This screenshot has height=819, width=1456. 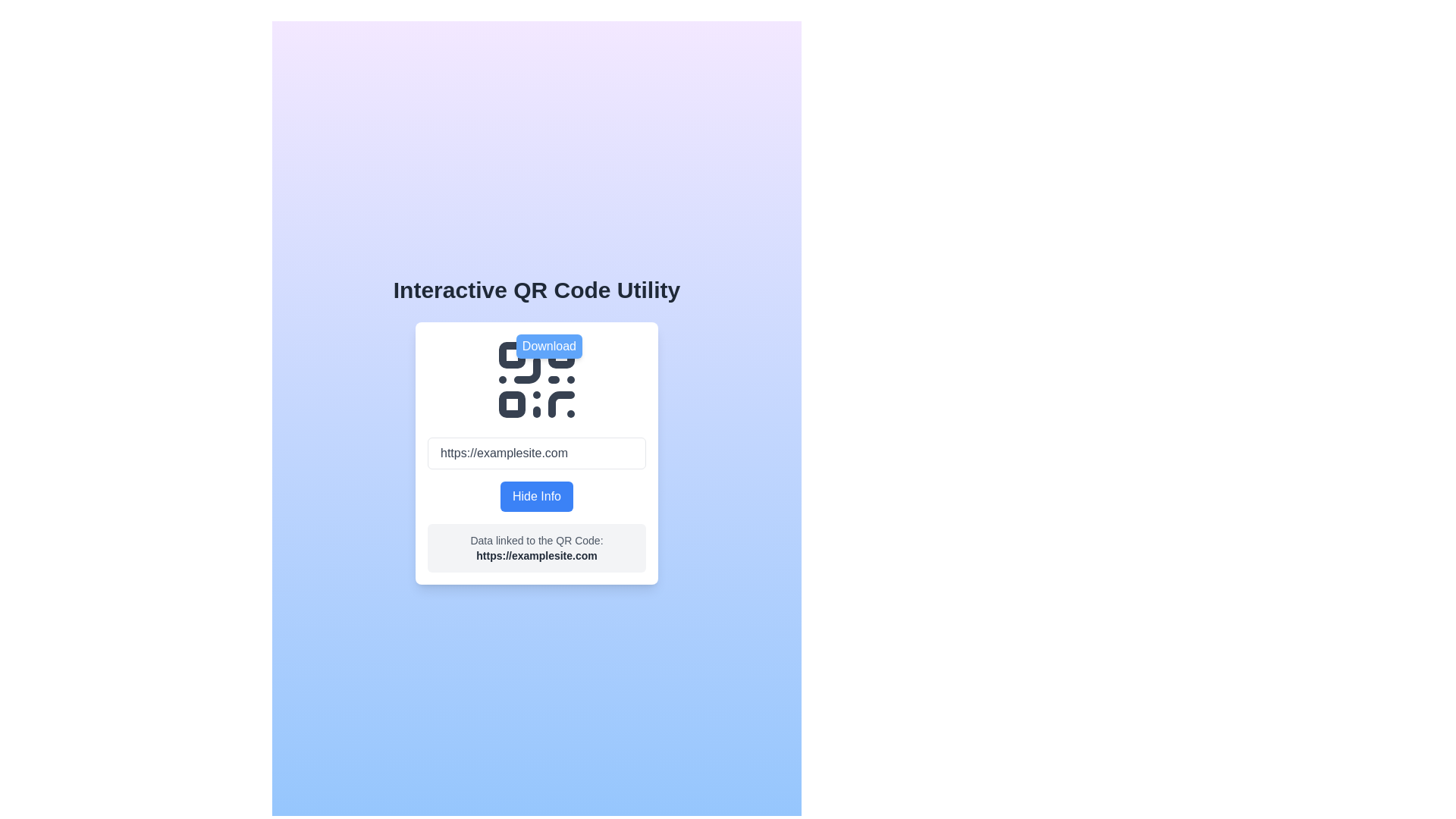 I want to click on the Text display that shows the URL linked to the QR code, located below the description 'Data linked to the QR Code:' in a rounded light gray box, so click(x=537, y=555).